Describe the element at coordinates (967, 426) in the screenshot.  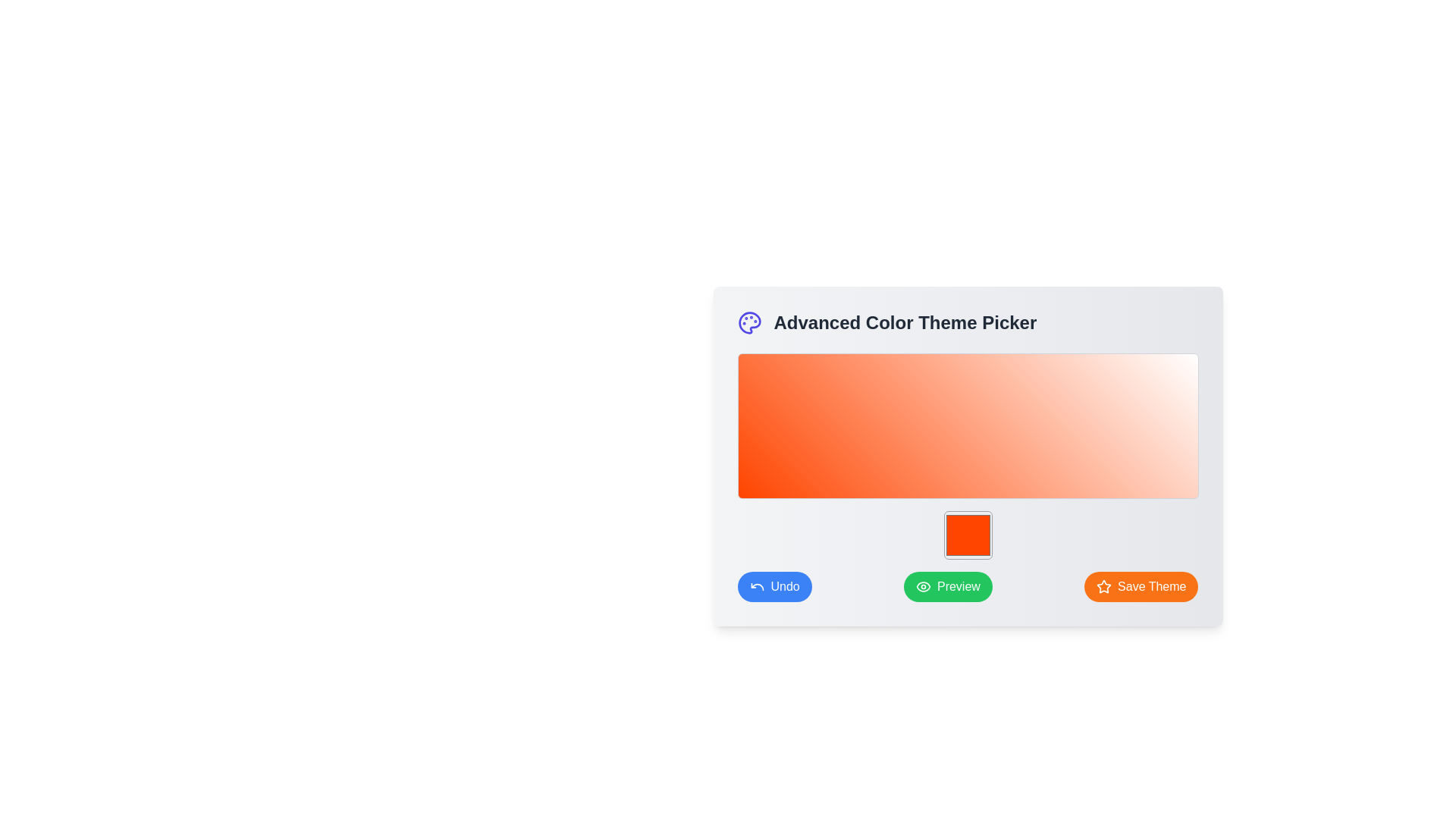
I see `the Gradient Display Area, which is a rectangle filled with a gradient transitioning from deep red to white, located centrally within the 'Advanced Color Theme Picker' panel, above the 'Undo', 'Preview', and 'Save Theme' buttons` at that location.